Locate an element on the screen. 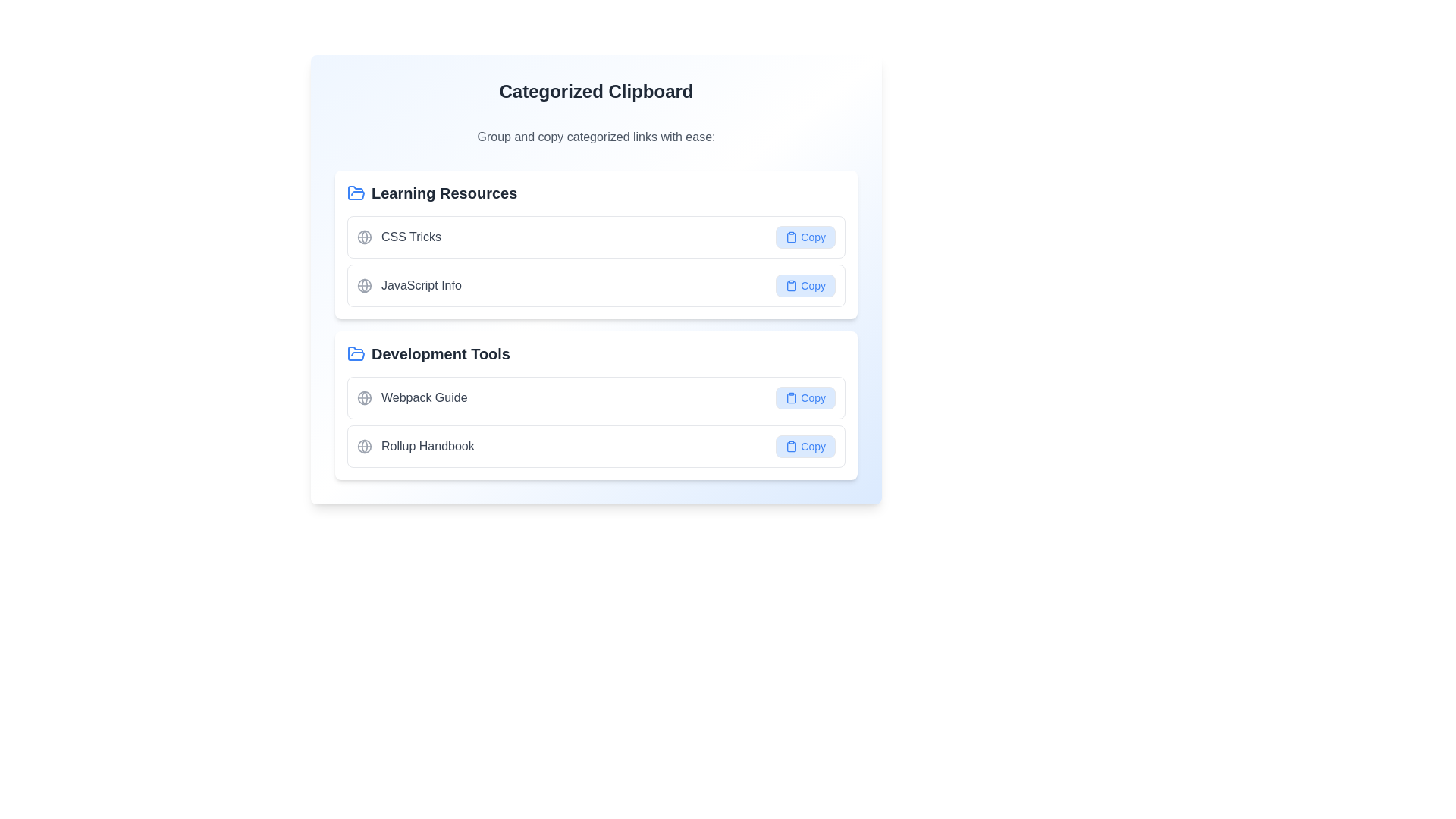  the small circle icon that is part of the globe icon in the 'Learning Resources' section, located to the left of the 'CSS Tricks' text label is located at coordinates (364, 237).